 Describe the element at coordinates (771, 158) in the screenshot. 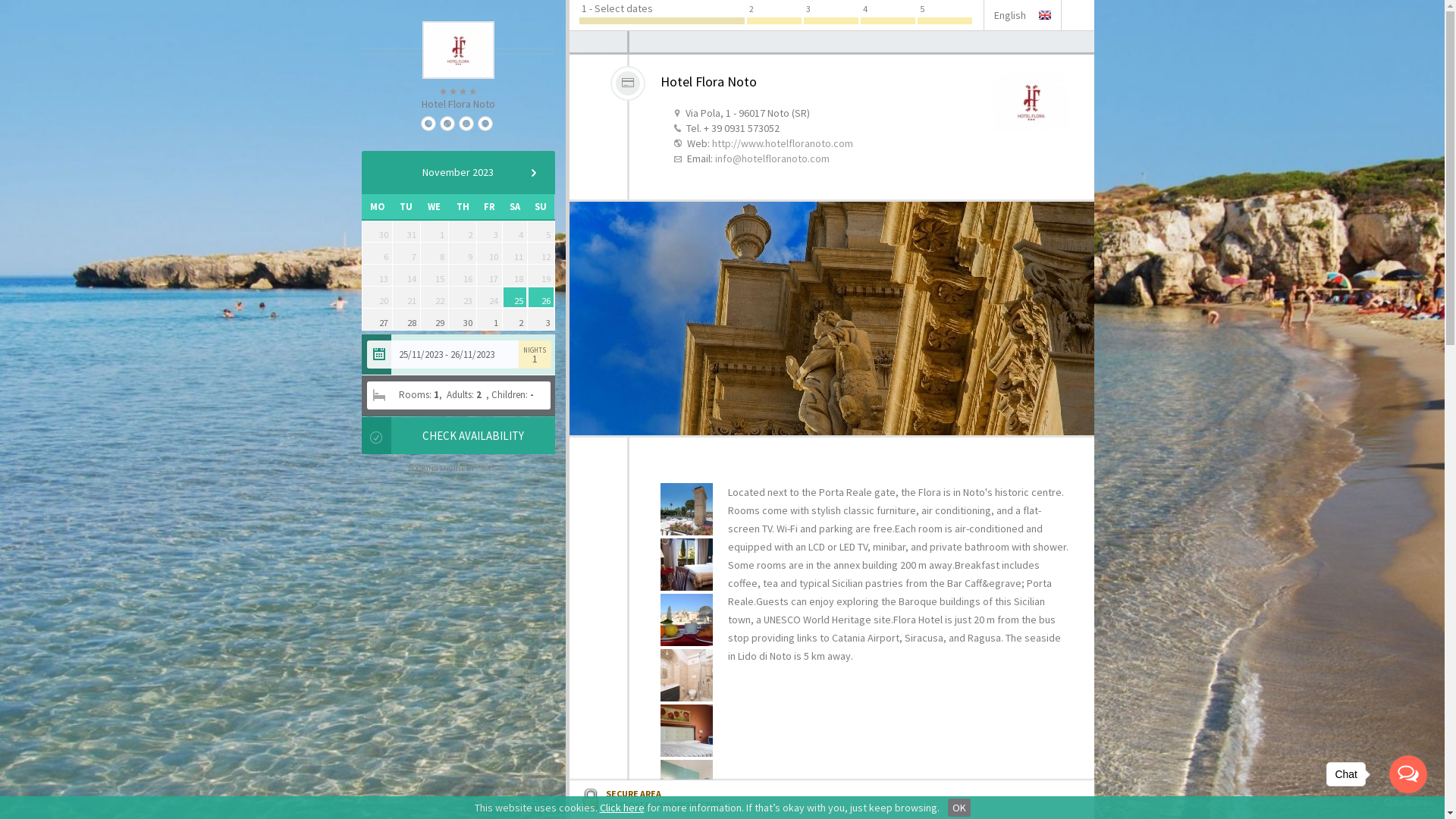

I see `'info@hotelfloranoto.com'` at that location.